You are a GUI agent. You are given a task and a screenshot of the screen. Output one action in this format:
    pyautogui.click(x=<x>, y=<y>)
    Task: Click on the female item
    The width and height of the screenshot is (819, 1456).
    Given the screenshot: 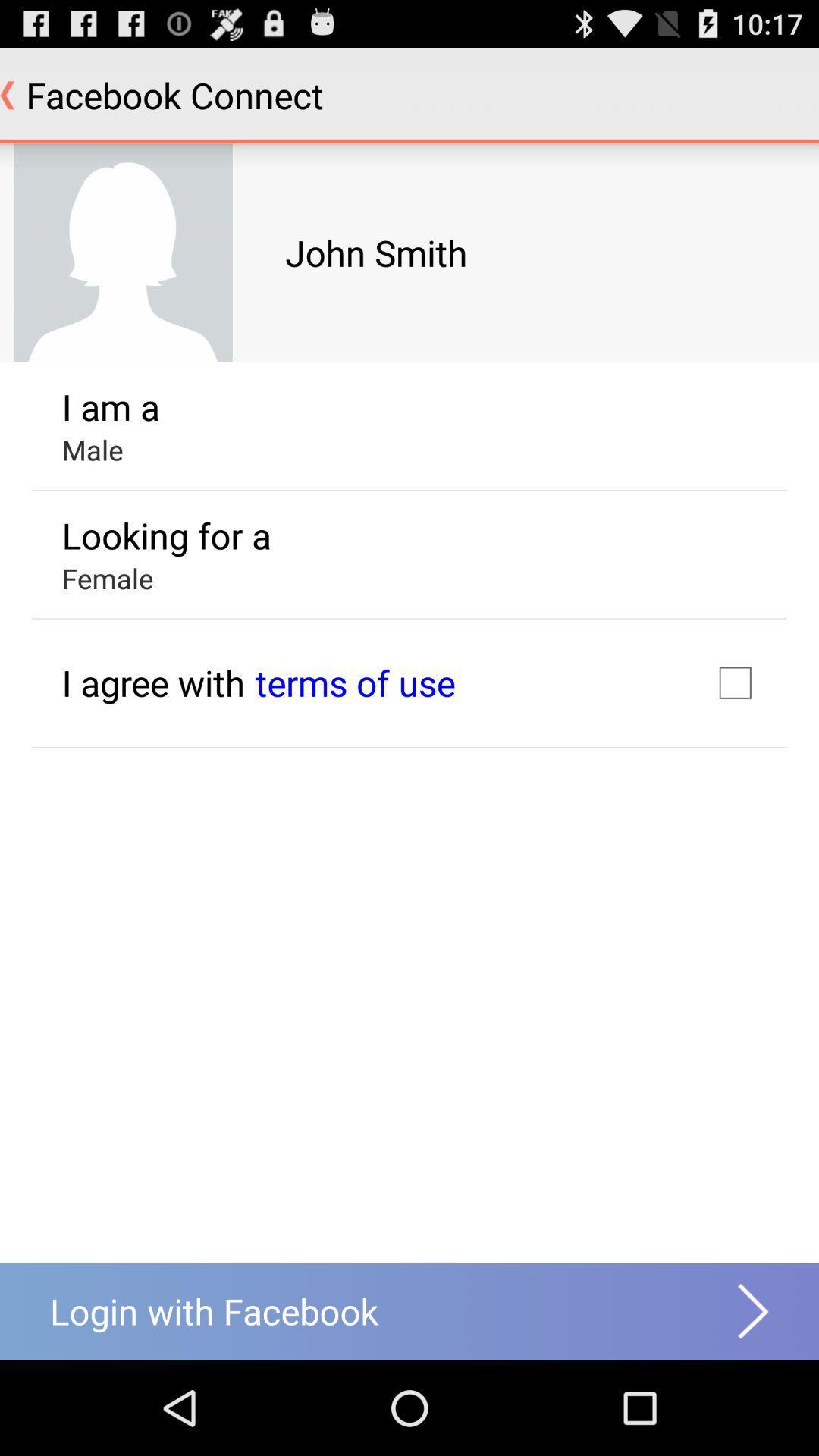 What is the action you would take?
    pyautogui.click(x=107, y=577)
    